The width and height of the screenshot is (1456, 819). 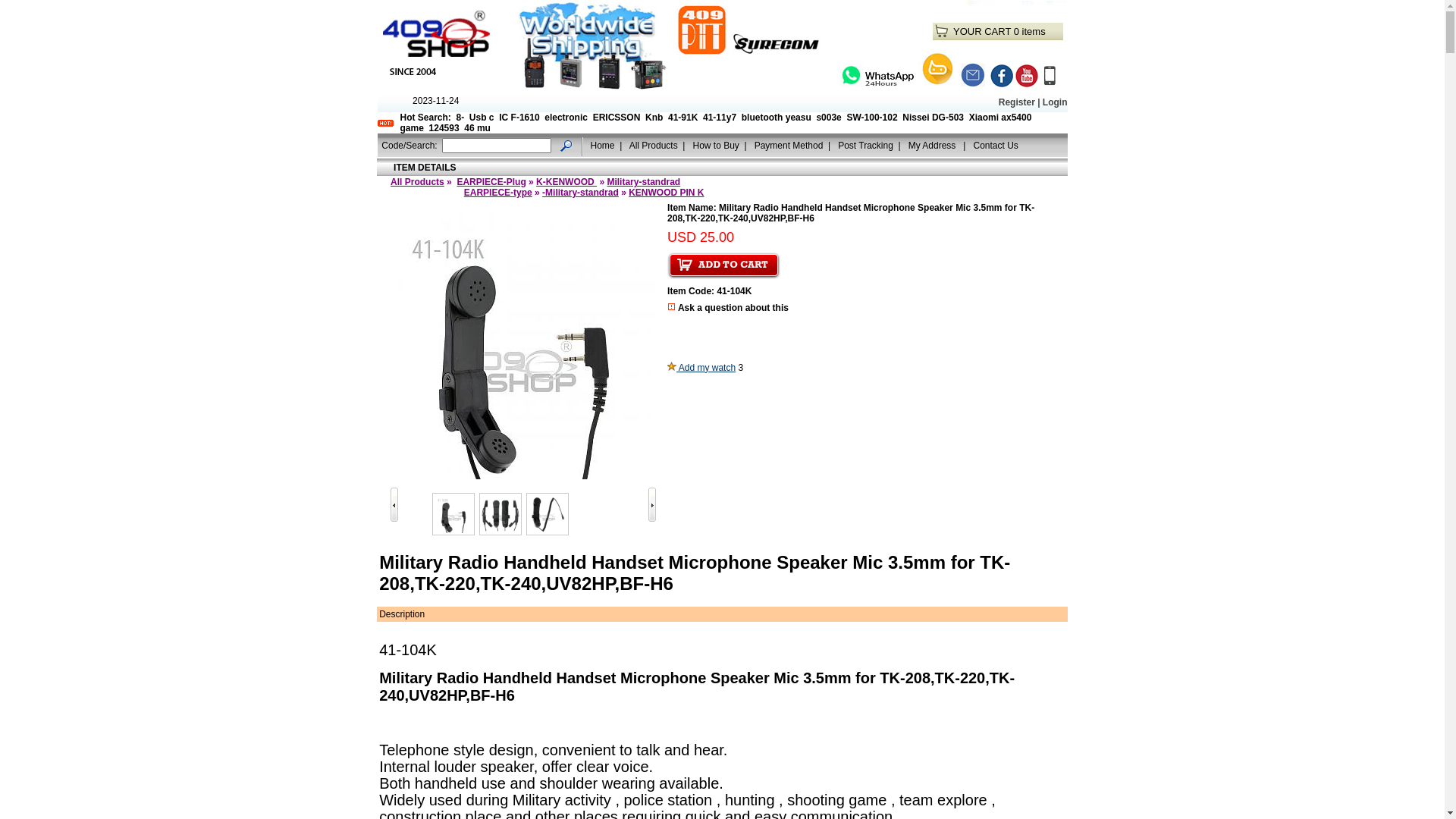 What do you see at coordinates (691, 145) in the screenshot?
I see `'How to Buy'` at bounding box center [691, 145].